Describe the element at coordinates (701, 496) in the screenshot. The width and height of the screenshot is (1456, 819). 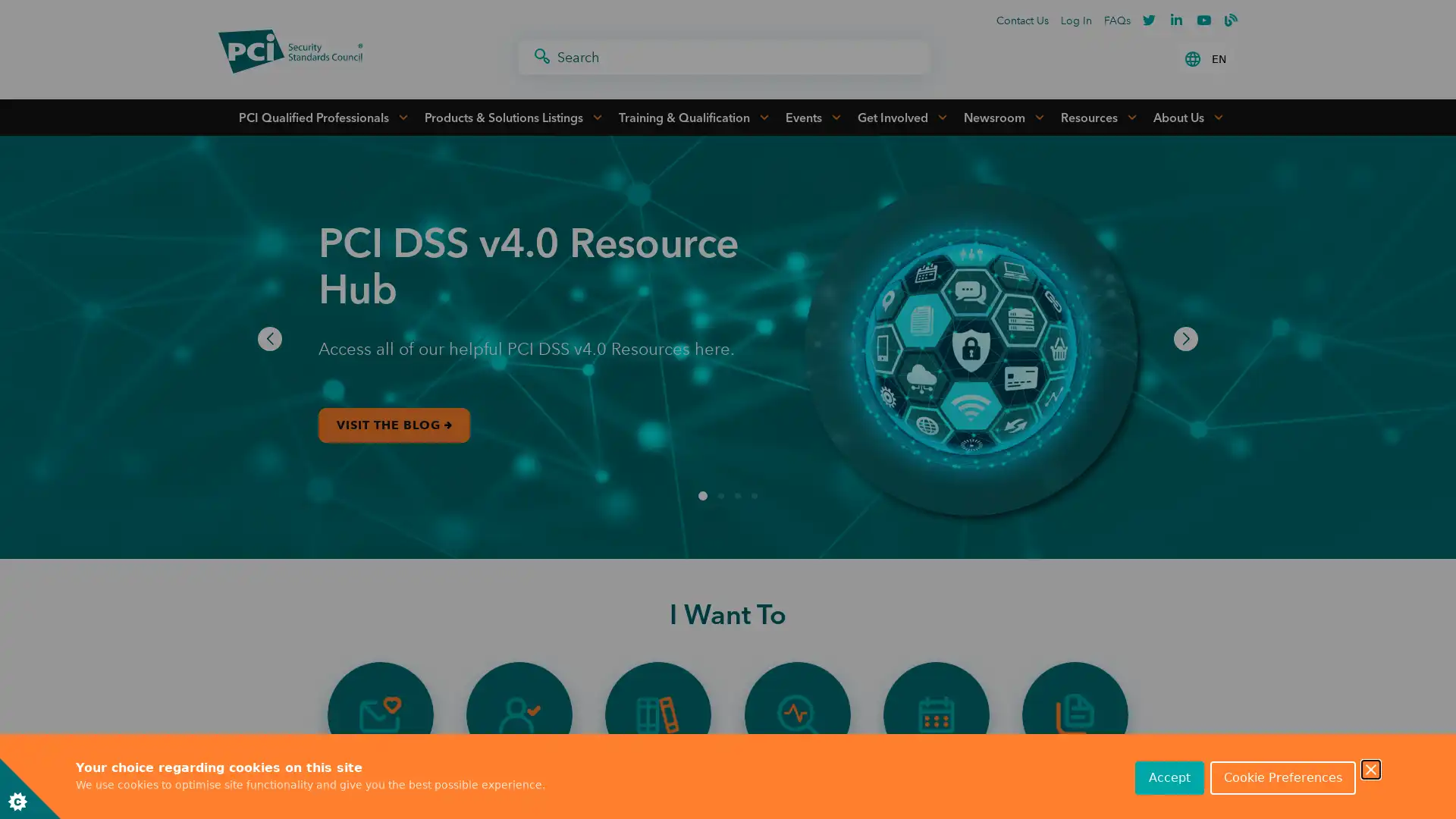
I see `Go to slide 1` at that location.